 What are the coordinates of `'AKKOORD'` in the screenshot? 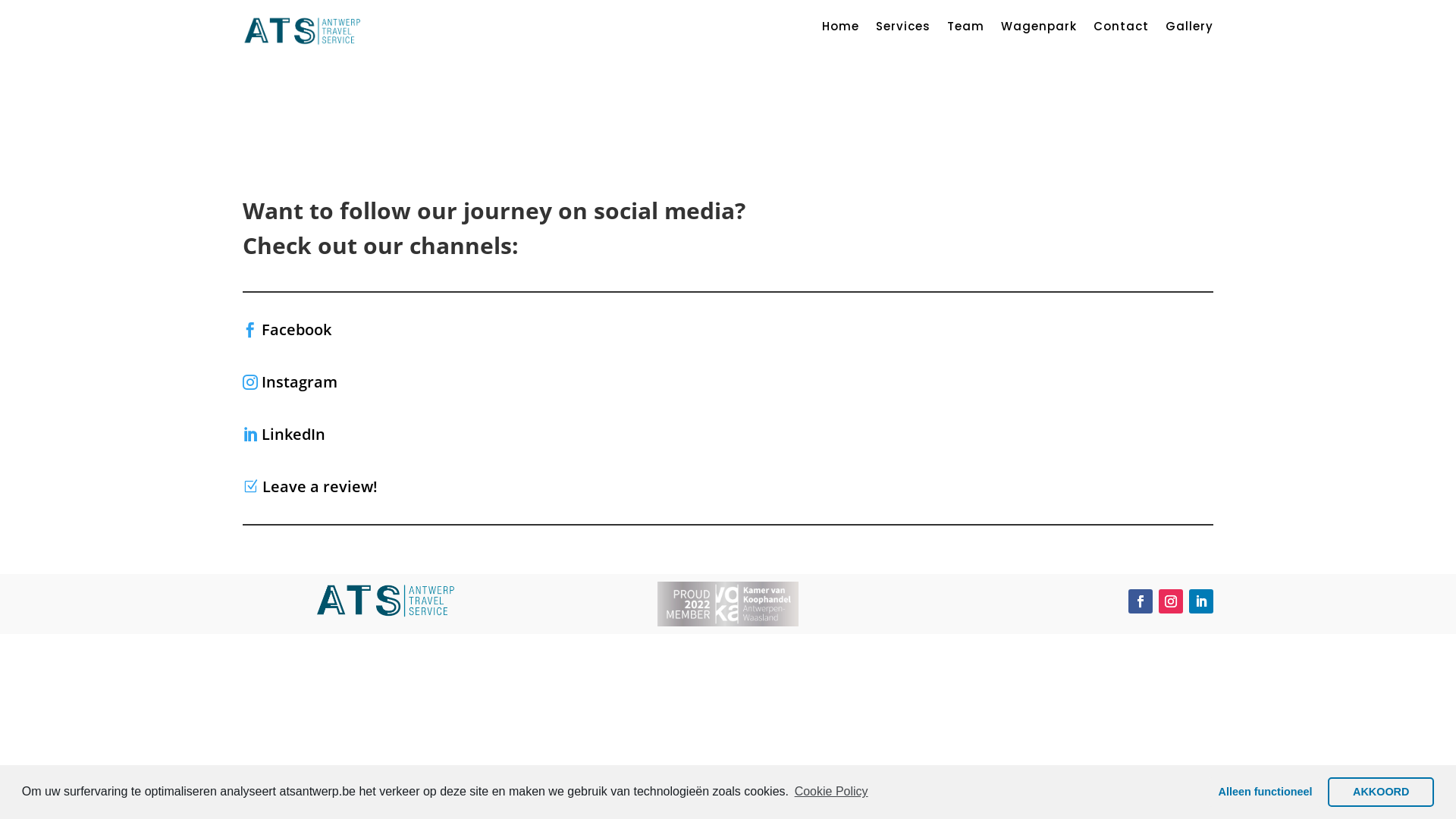 It's located at (1380, 791).